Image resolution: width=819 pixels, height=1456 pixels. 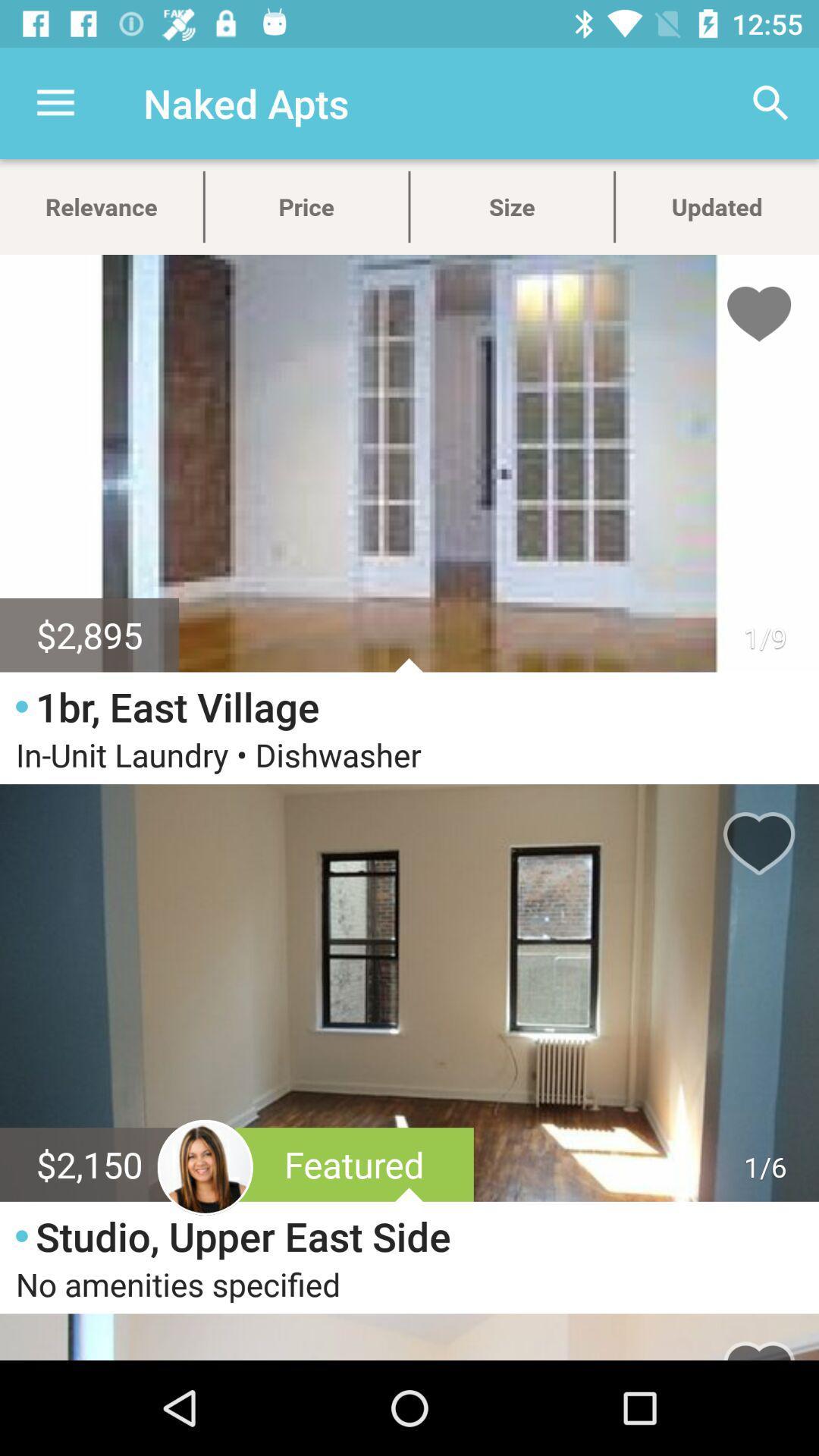 What do you see at coordinates (771, 102) in the screenshot?
I see `the item to the right of size icon` at bounding box center [771, 102].